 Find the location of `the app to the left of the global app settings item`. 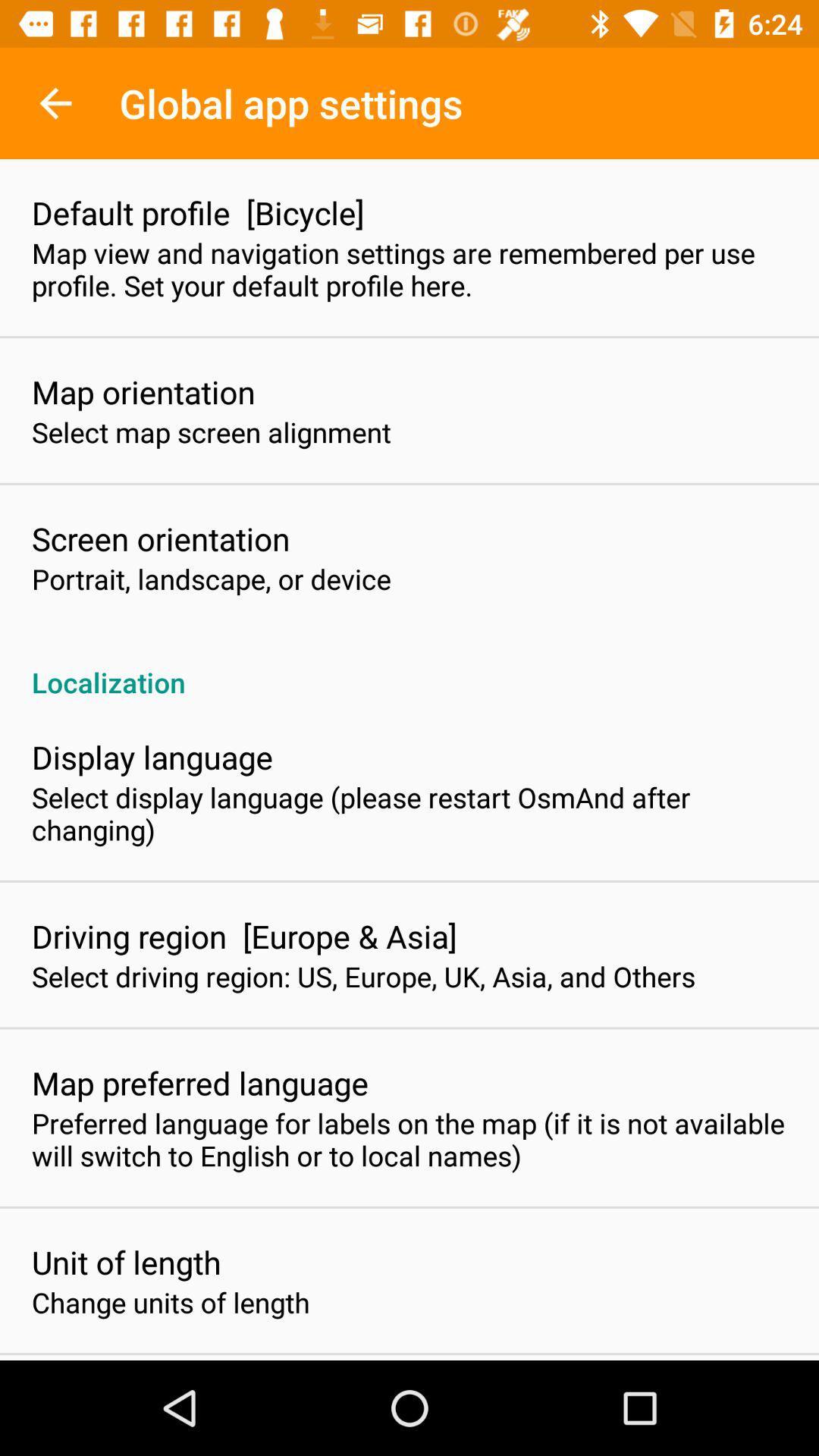

the app to the left of the global app settings item is located at coordinates (55, 102).